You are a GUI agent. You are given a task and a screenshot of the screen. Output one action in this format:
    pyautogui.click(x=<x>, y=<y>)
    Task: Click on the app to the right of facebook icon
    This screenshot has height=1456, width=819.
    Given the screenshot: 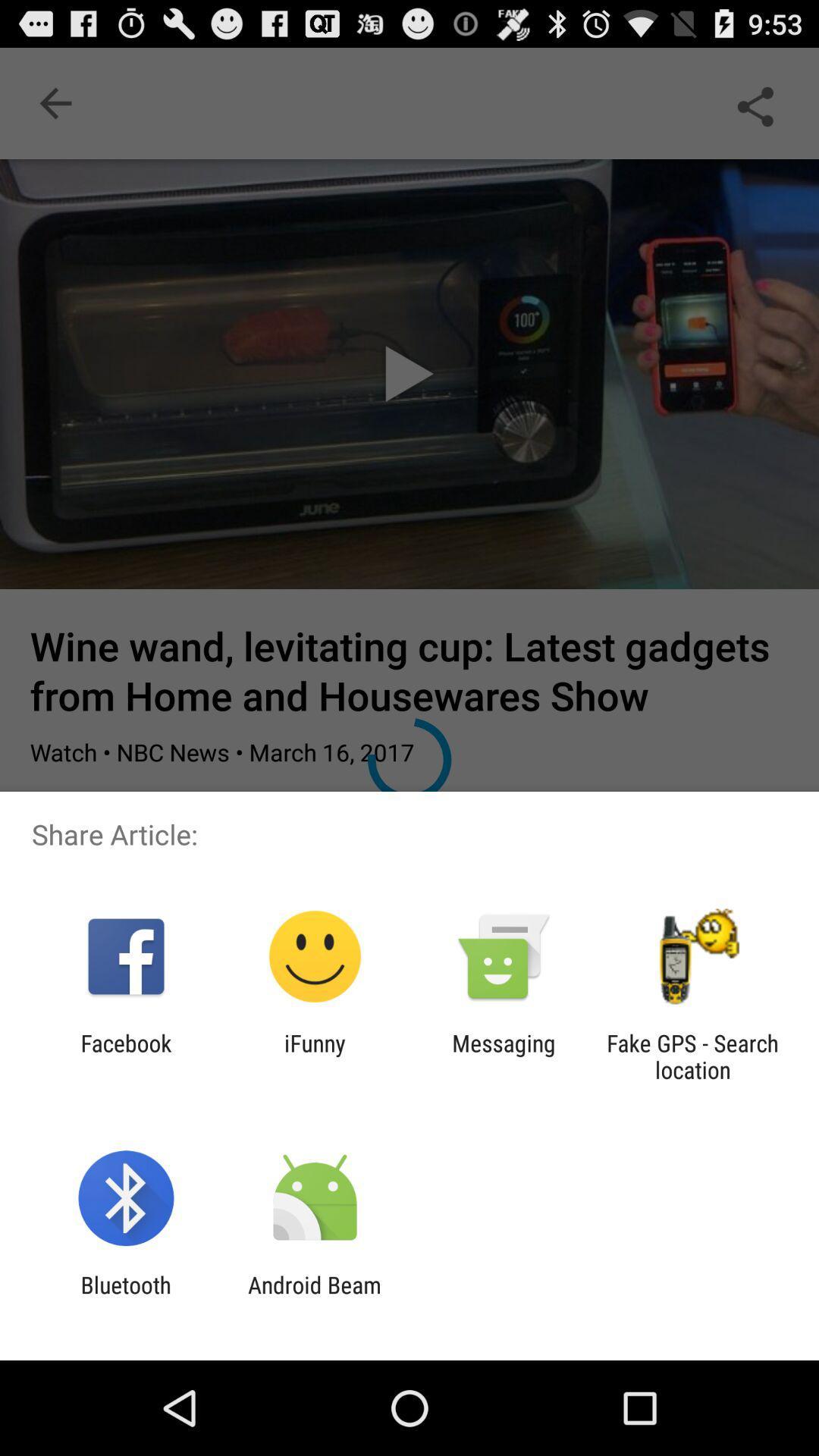 What is the action you would take?
    pyautogui.click(x=314, y=1056)
    